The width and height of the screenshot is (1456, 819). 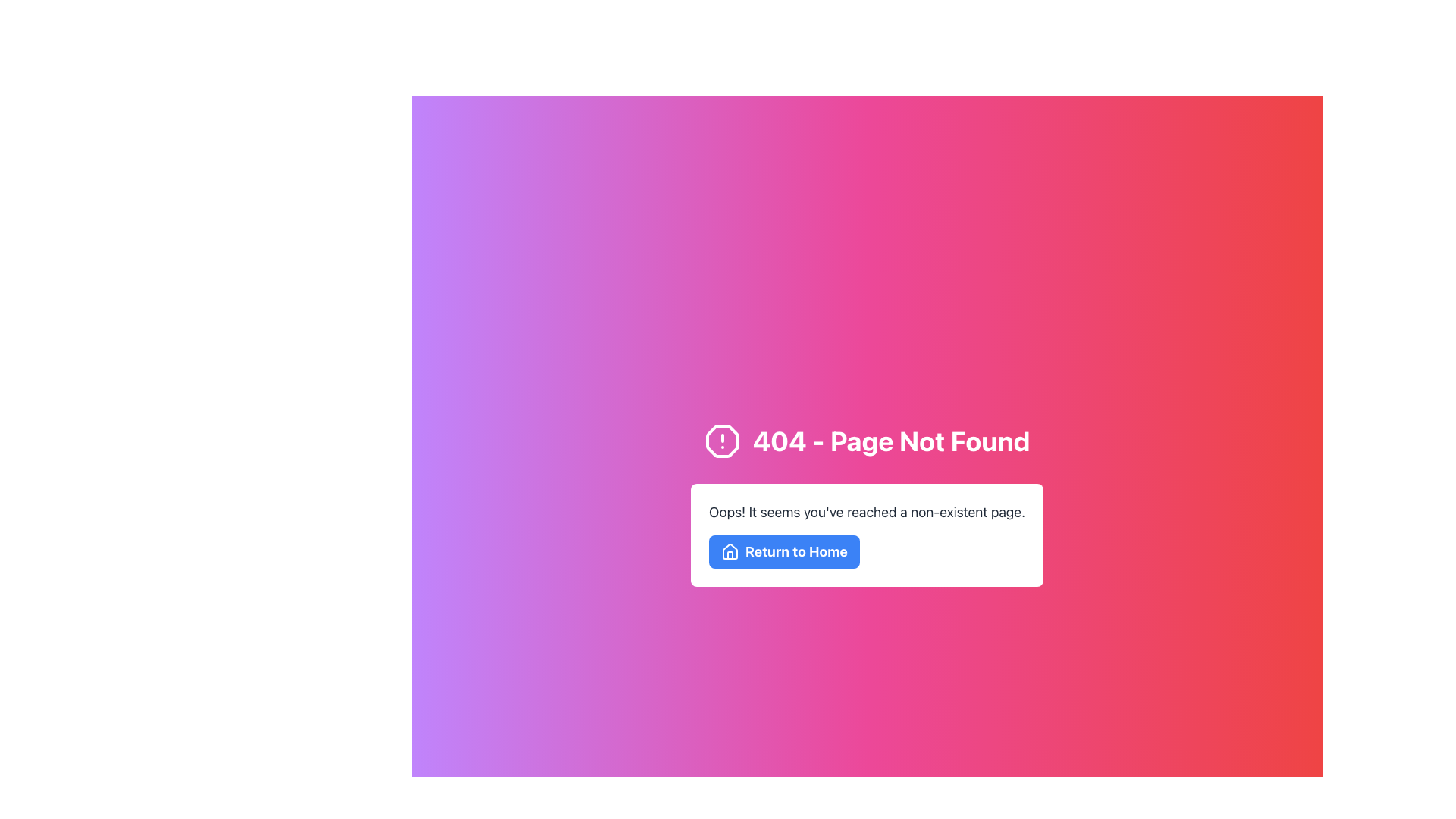 What do you see at coordinates (784, 552) in the screenshot?
I see `the navigation button located below the text 'Oops! It seems you've reached a non-existent page.' to return to the home page of the application` at bounding box center [784, 552].